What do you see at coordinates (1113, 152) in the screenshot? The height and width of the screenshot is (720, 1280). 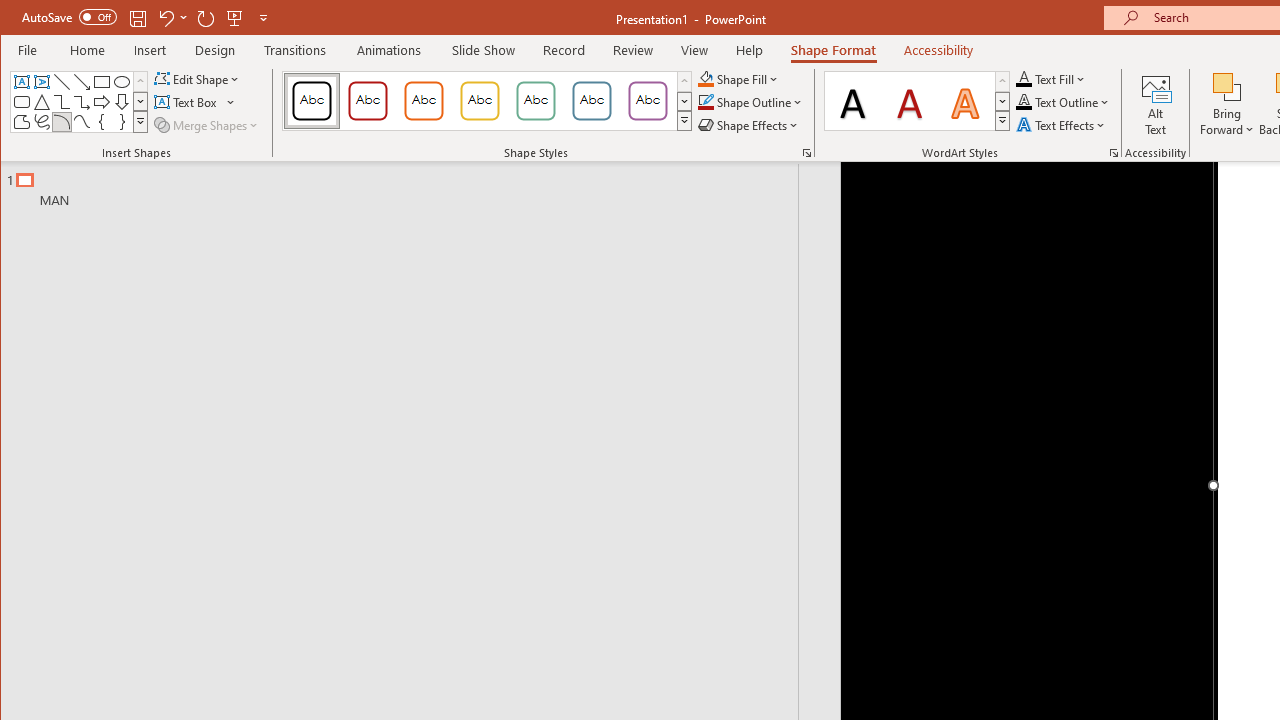 I see `'Format Text Effects...'` at bounding box center [1113, 152].